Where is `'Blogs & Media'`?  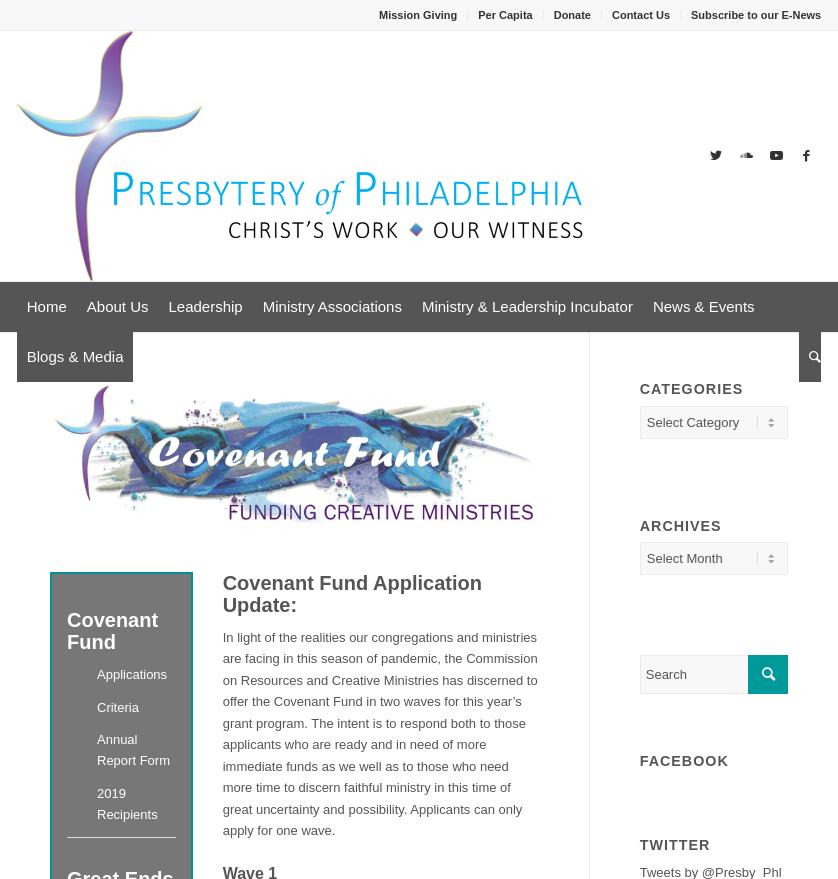 'Blogs & Media' is located at coordinates (74, 355).